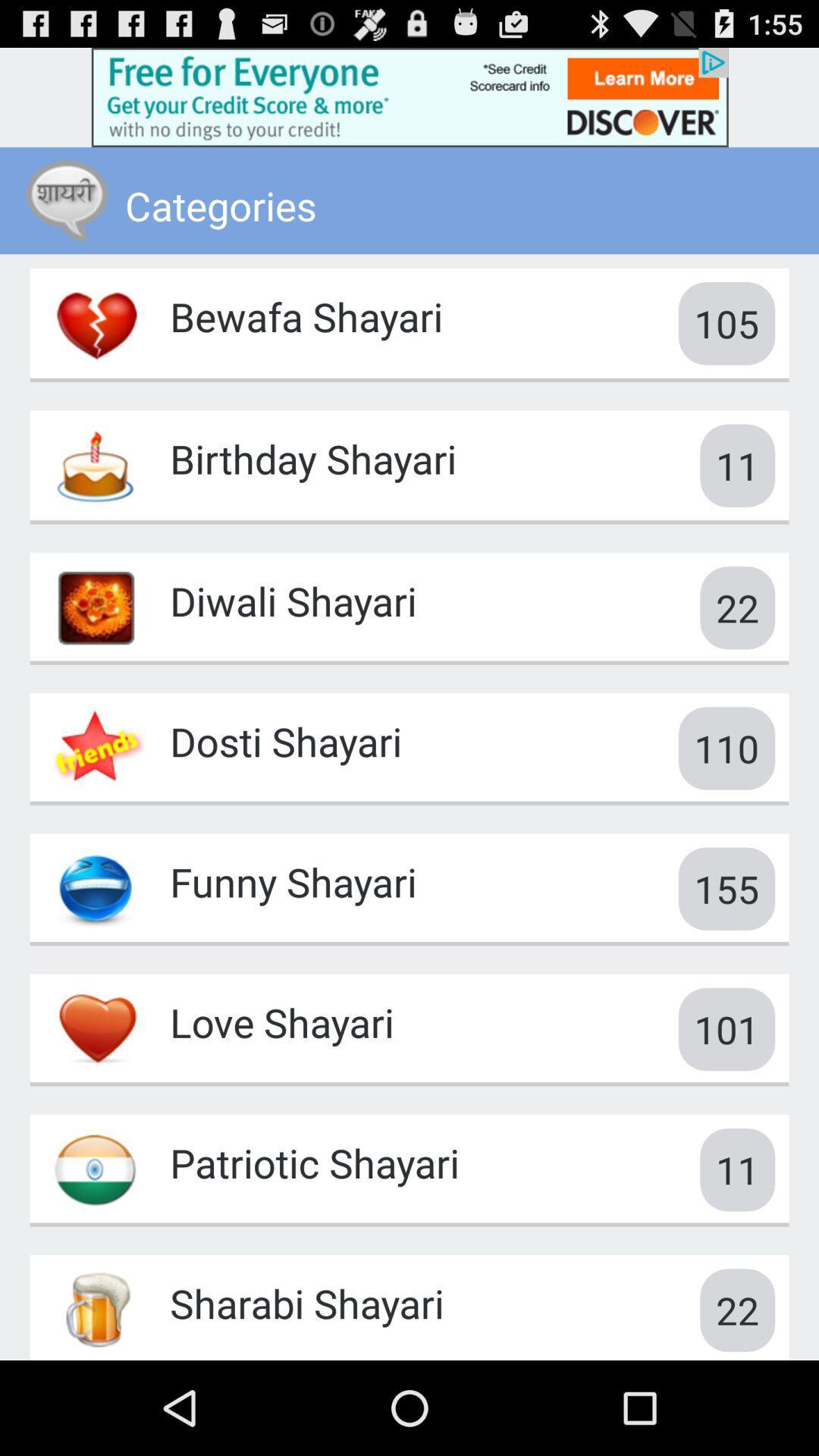 This screenshot has height=1456, width=819. Describe the element at coordinates (409, 96) in the screenshot. I see `open discover advertisement website` at that location.